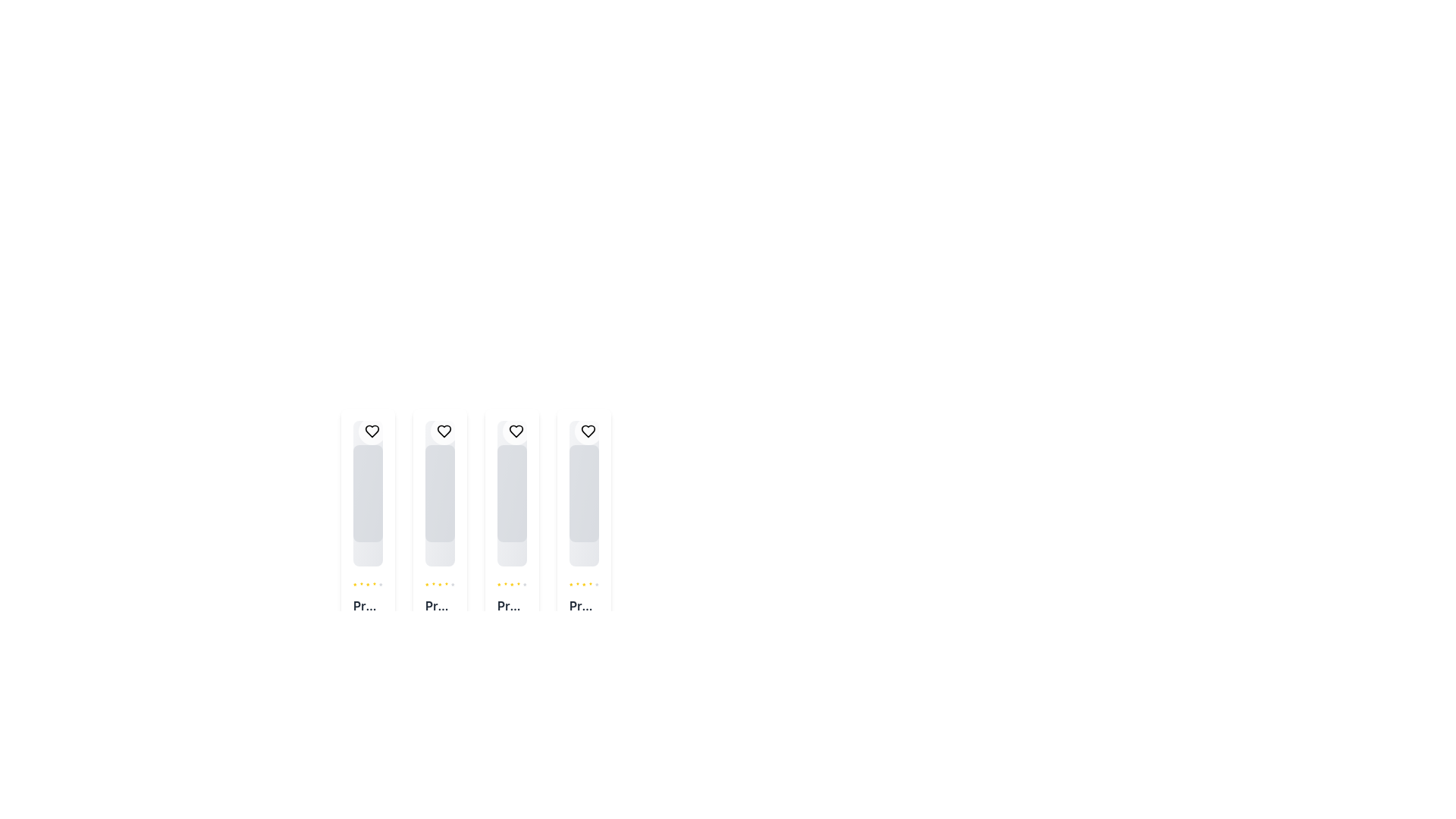 This screenshot has width=1456, height=819. I want to click on the first placeholder or loading indicator in the grid arrangement, which indicates loading or unavailable content, so click(368, 494).